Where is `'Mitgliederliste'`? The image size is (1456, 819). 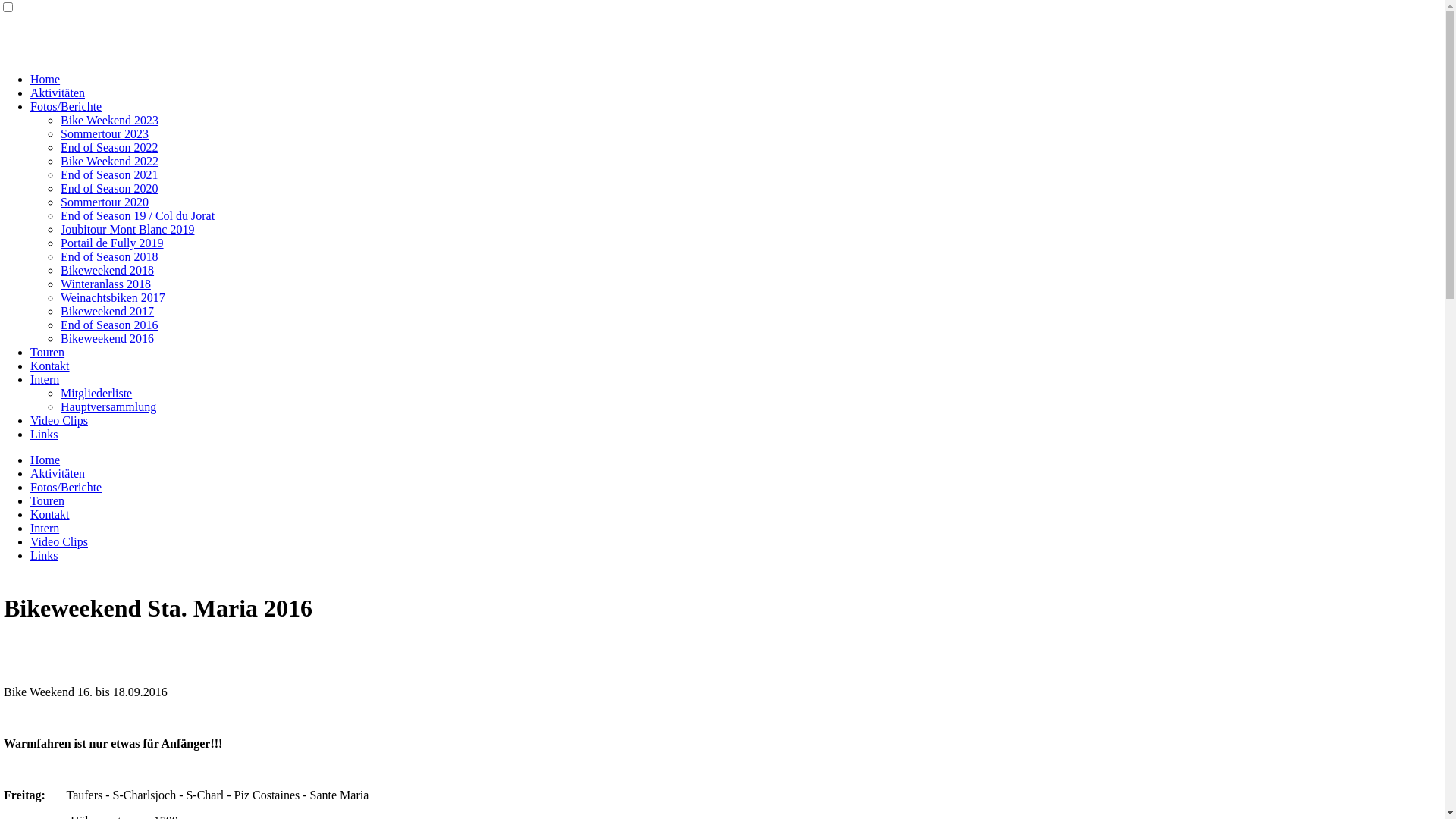 'Mitgliederliste' is located at coordinates (61, 392).